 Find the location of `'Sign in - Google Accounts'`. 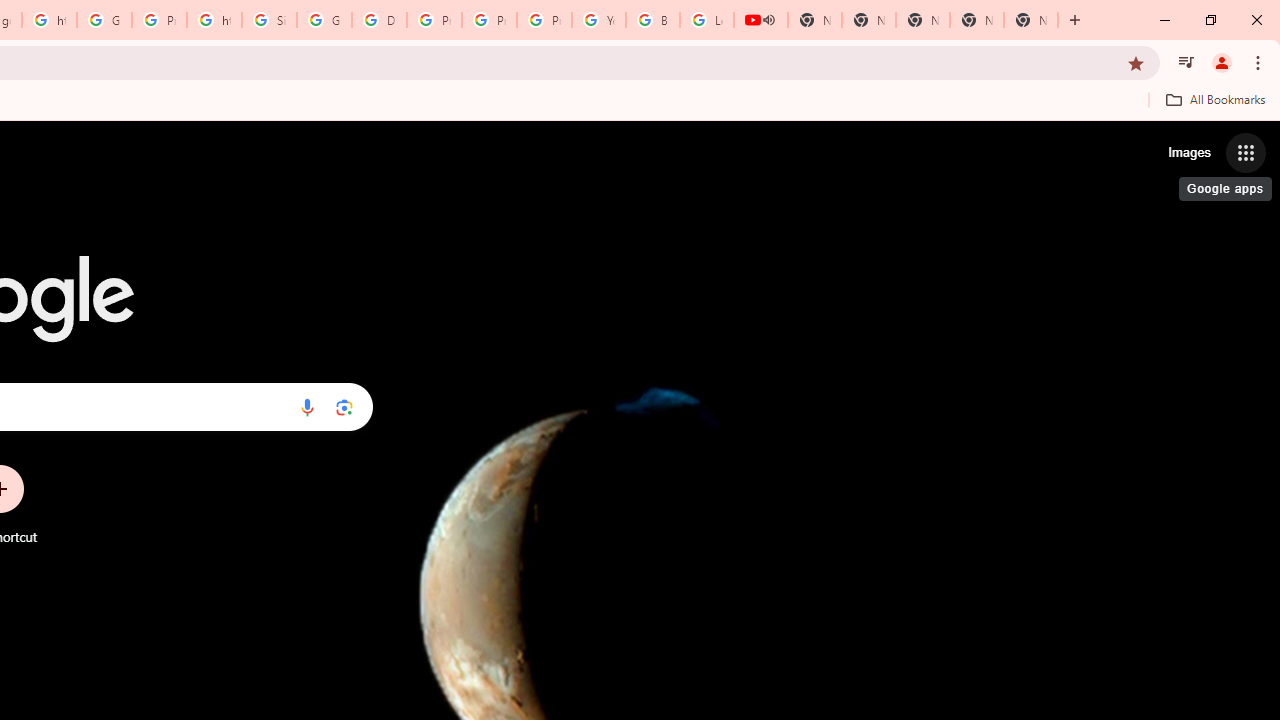

'Sign in - Google Accounts' is located at coordinates (268, 20).